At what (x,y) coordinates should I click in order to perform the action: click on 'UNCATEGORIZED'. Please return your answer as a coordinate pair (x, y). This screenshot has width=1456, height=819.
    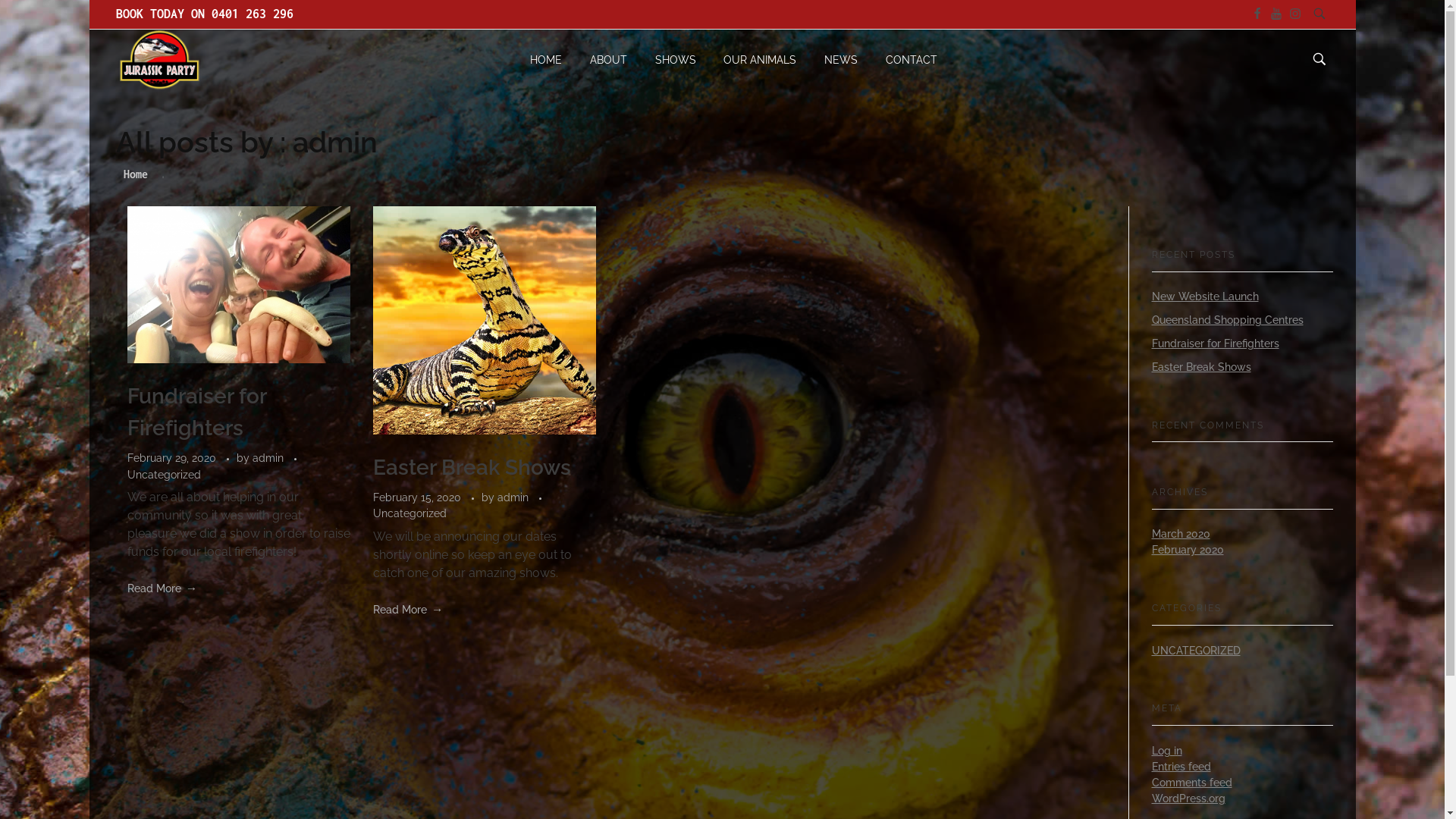
    Looking at the image, I should click on (1150, 649).